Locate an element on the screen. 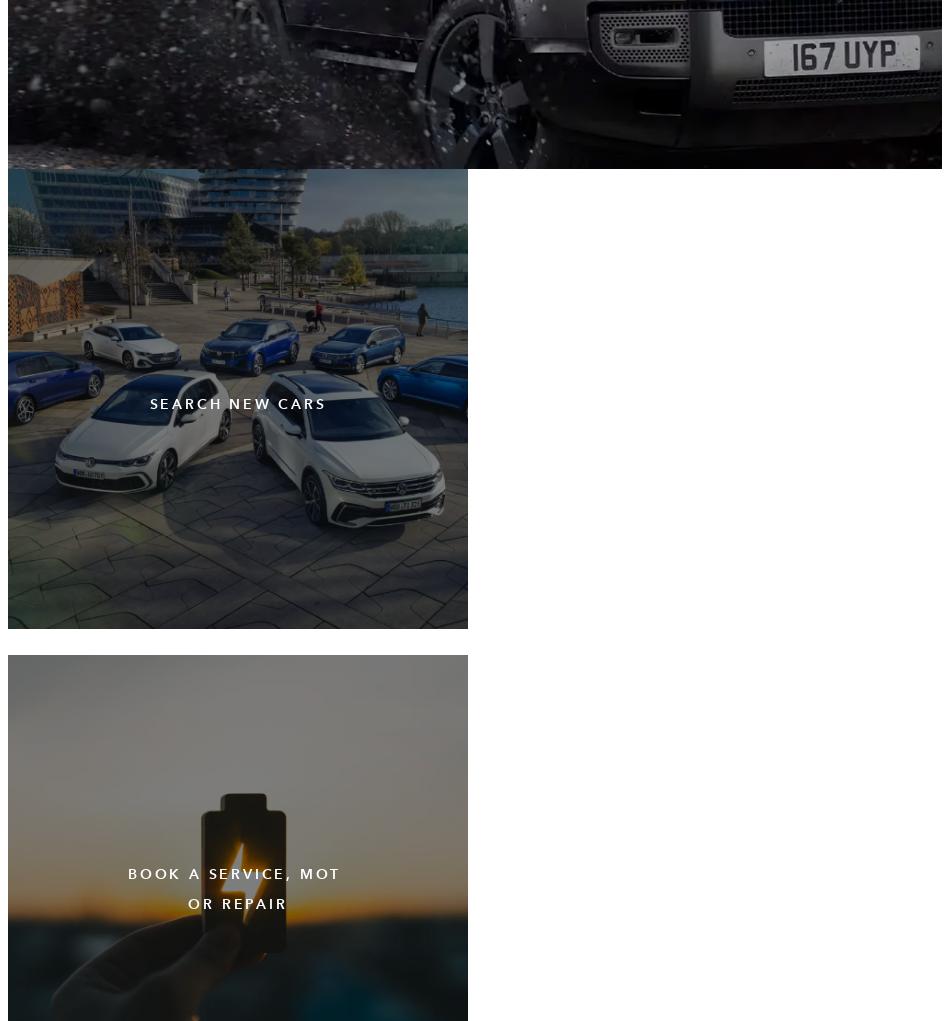  'Registered in England and Wales' is located at coordinates (7, 628).